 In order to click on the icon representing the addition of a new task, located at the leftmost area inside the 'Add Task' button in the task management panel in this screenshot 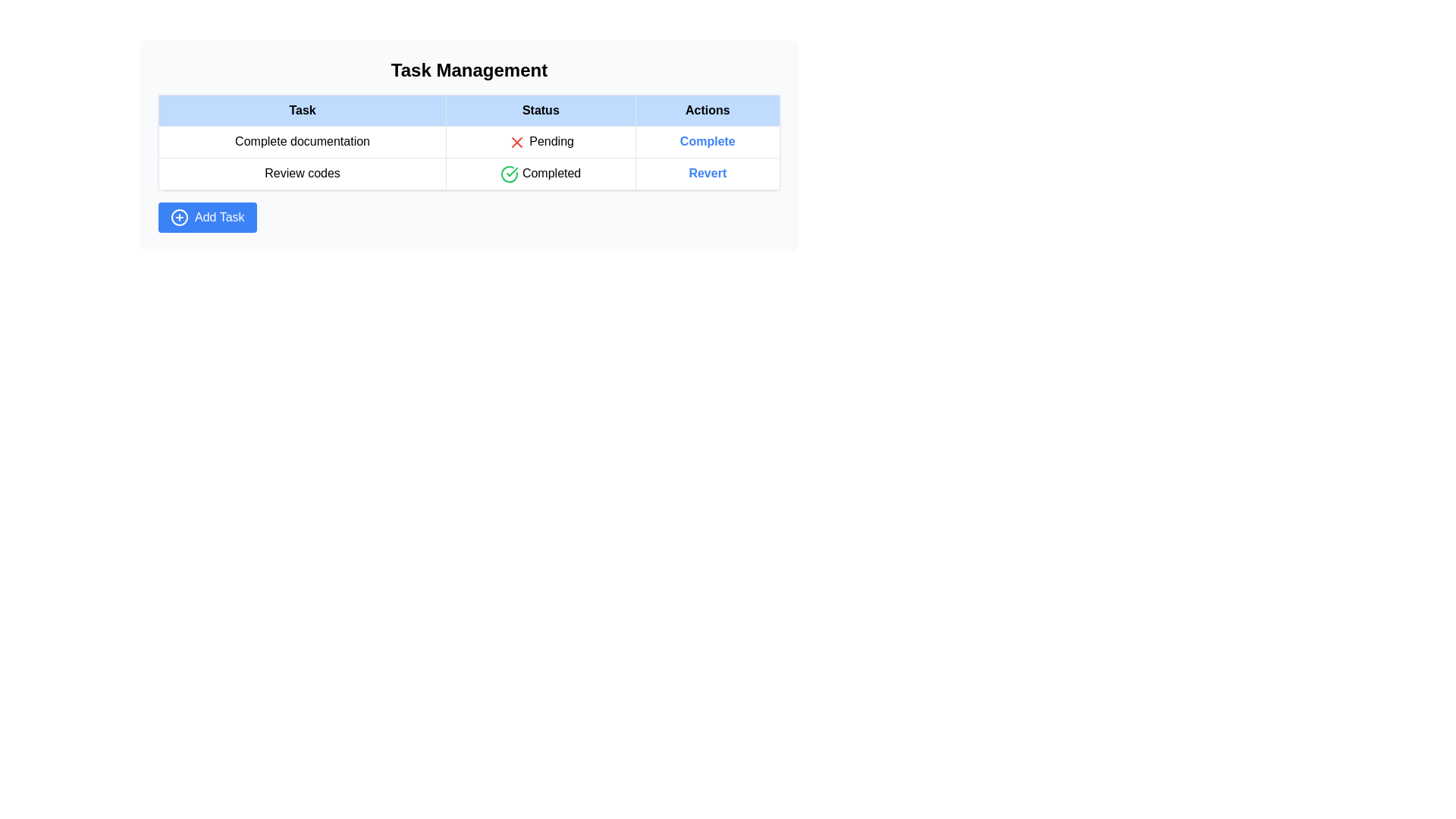, I will do `click(179, 216)`.